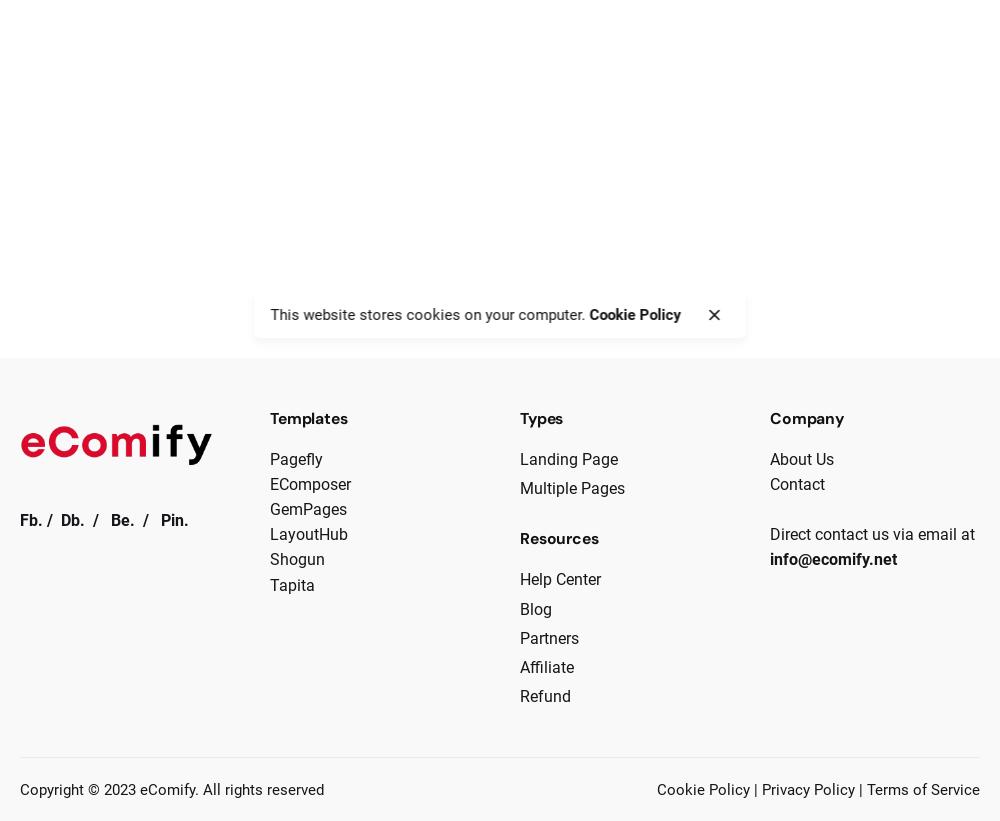 This screenshot has width=1000, height=821. Describe the element at coordinates (175, 520) in the screenshot. I see `'Pin.'` at that location.